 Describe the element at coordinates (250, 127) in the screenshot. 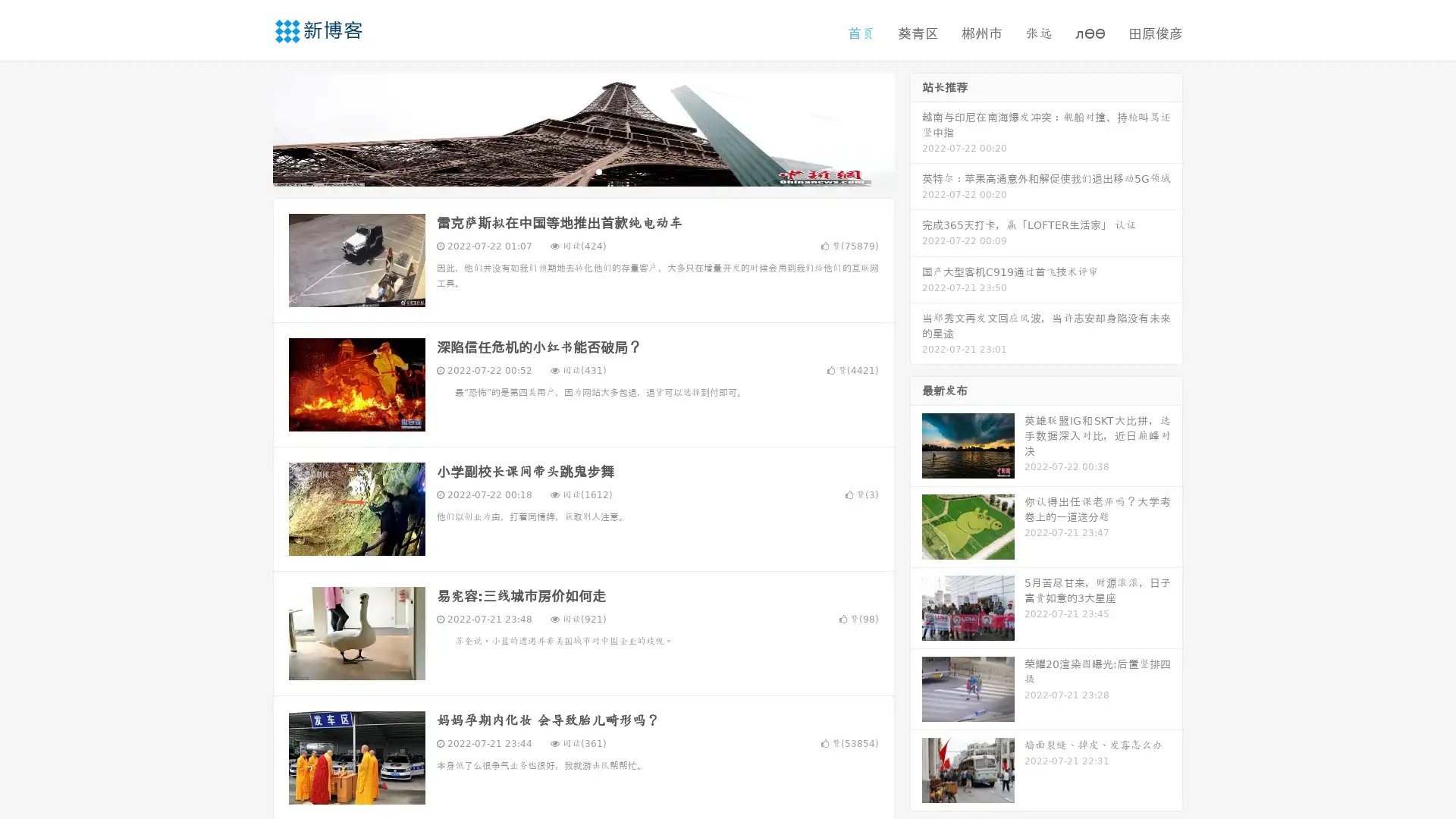

I see `Previous slide` at that location.